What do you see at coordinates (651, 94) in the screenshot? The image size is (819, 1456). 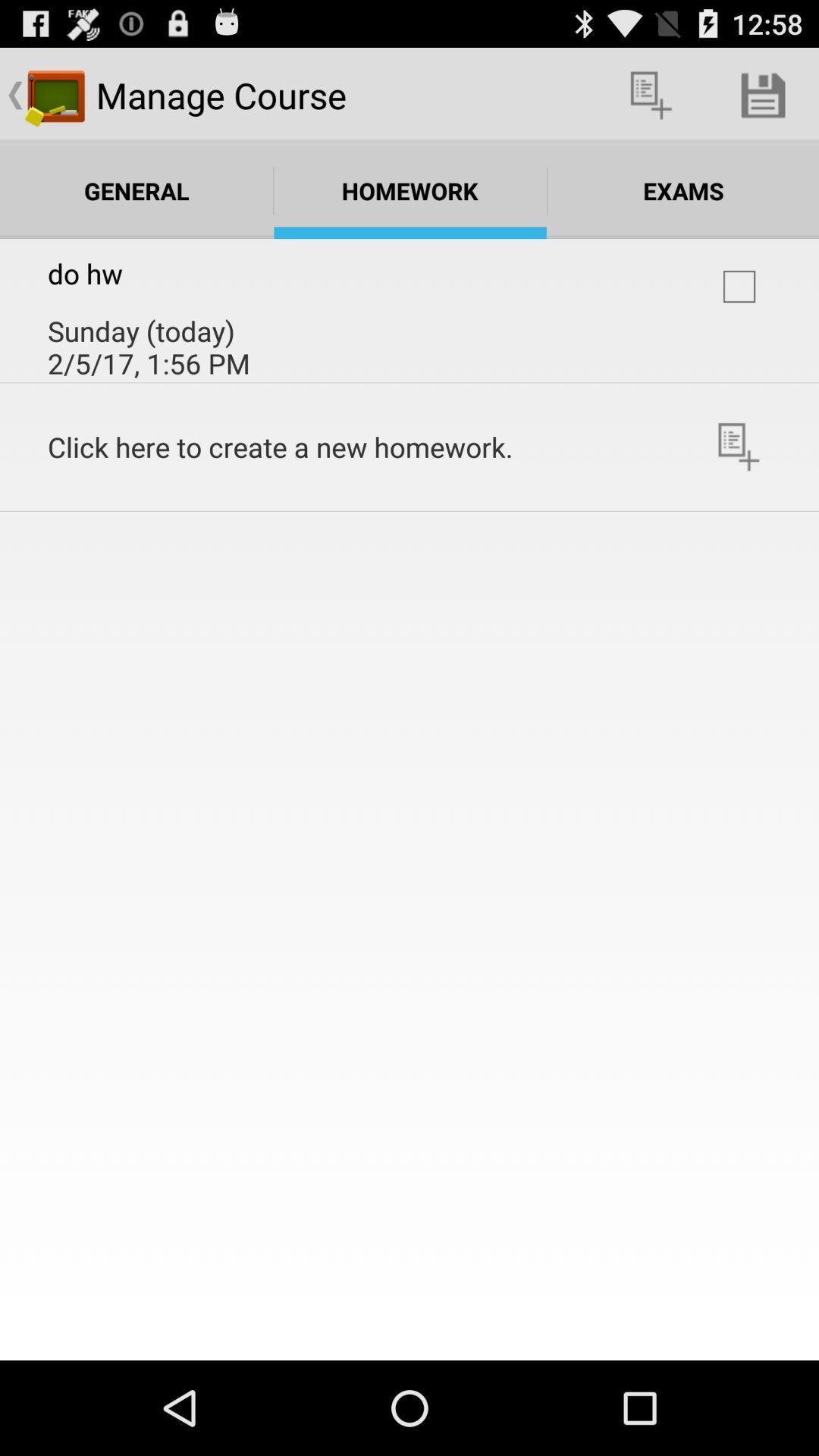 I see `the icon to the right of the manage course icon` at bounding box center [651, 94].